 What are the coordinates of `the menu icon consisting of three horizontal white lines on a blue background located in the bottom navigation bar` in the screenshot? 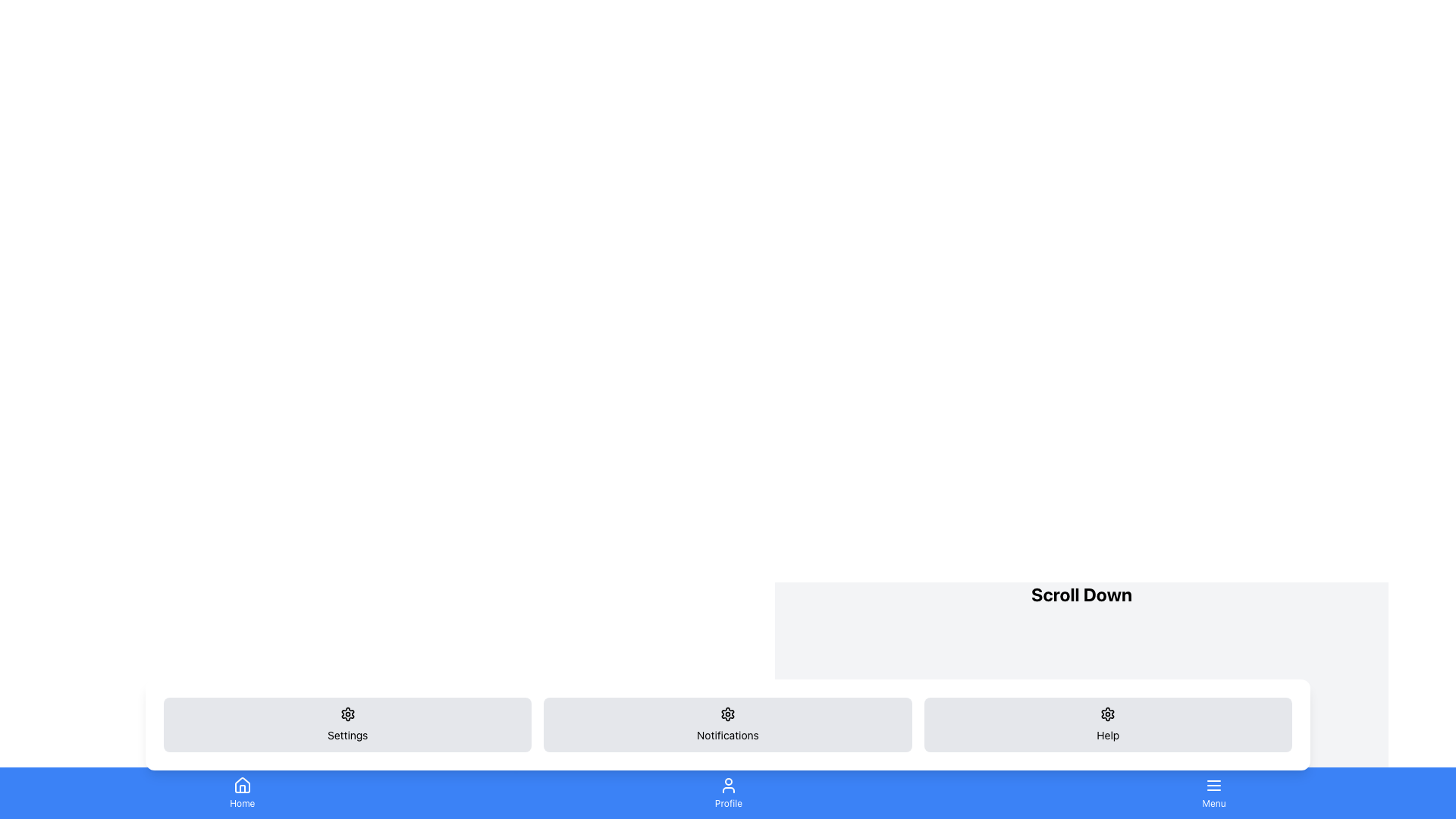 It's located at (1214, 785).